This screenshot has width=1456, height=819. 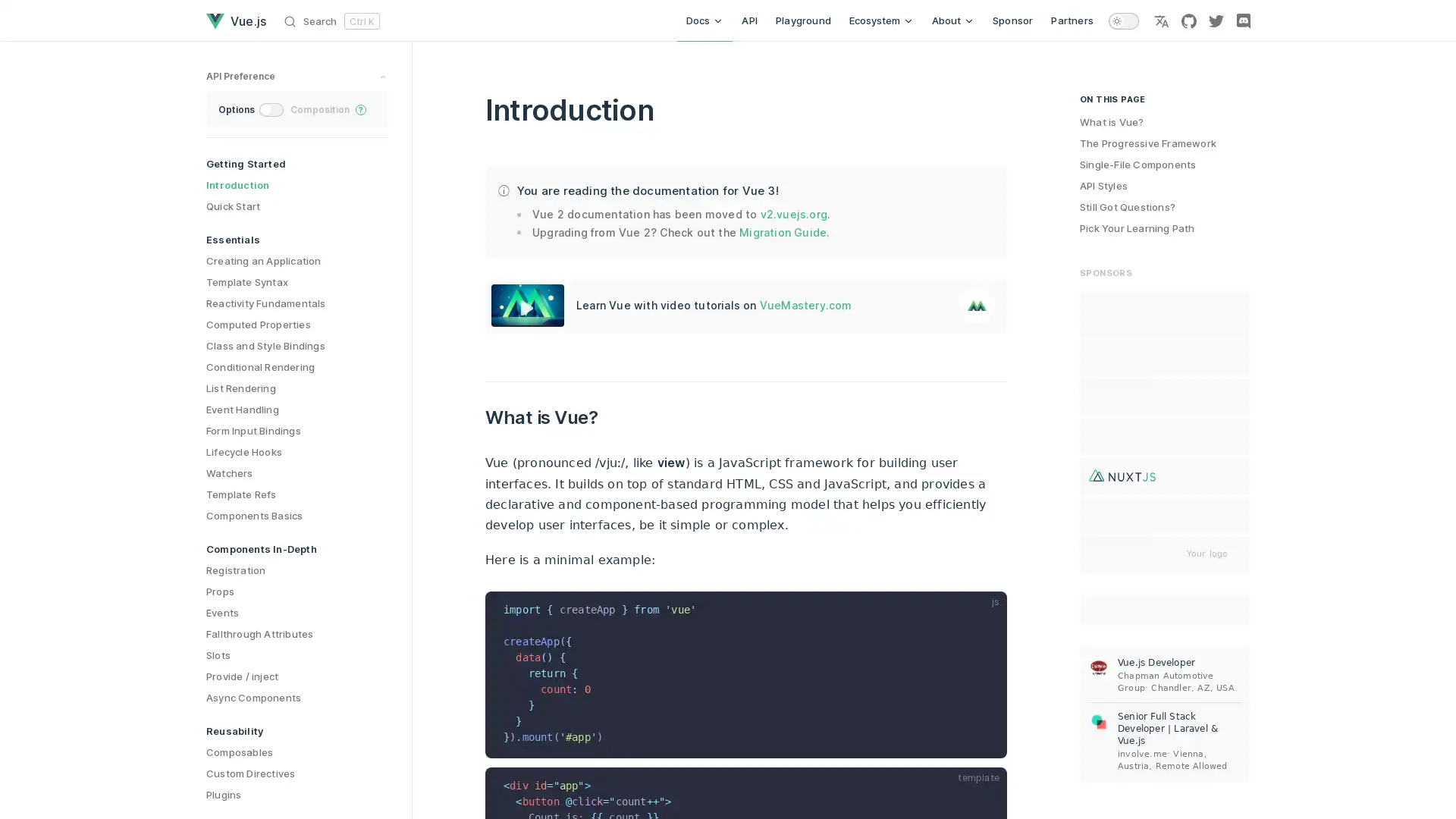 What do you see at coordinates (297, 77) in the screenshot?
I see `preference switches toggle` at bounding box center [297, 77].